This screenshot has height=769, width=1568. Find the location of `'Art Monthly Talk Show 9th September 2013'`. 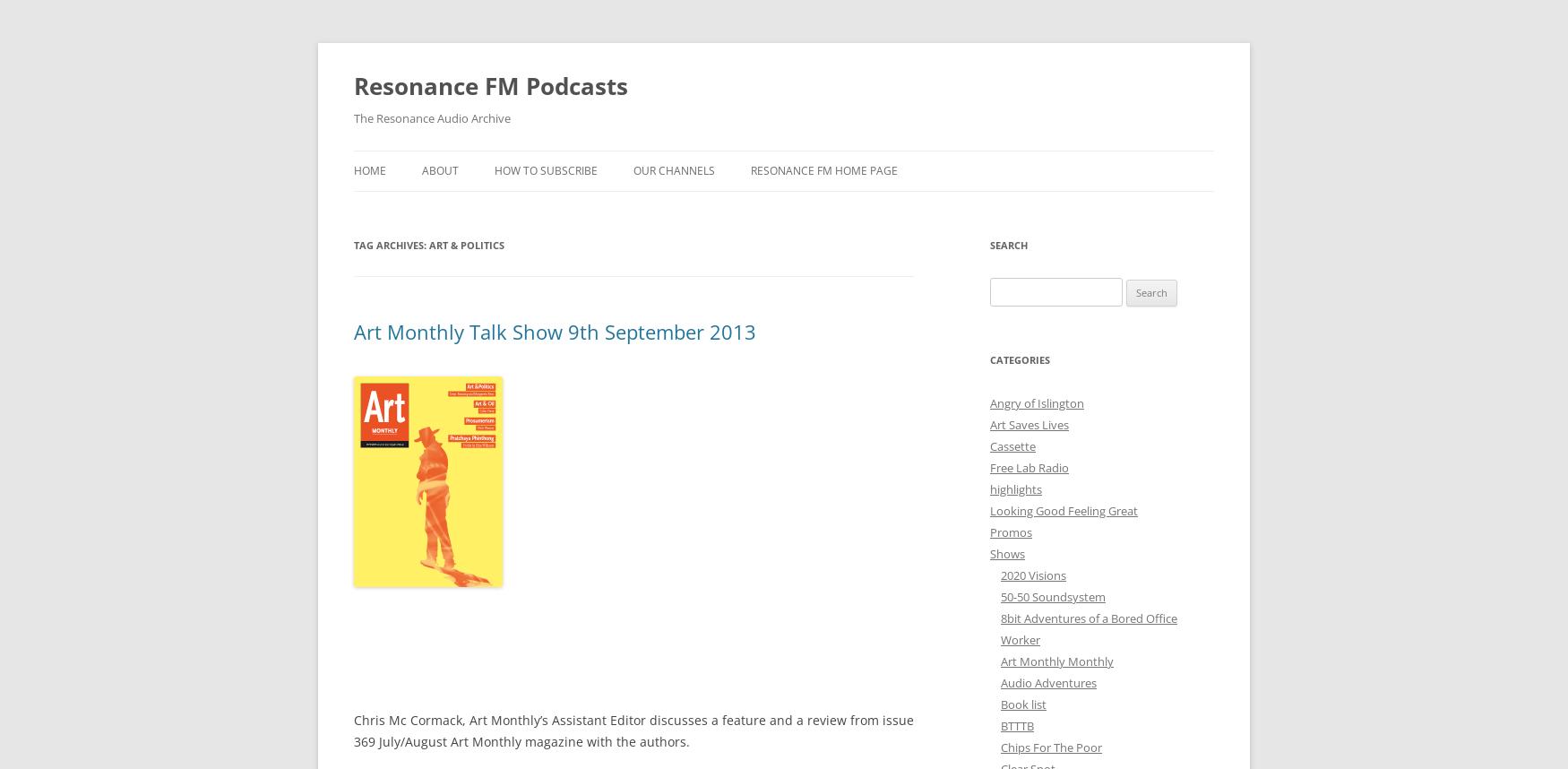

'Art Monthly Talk Show 9th September 2013' is located at coordinates (352, 331).